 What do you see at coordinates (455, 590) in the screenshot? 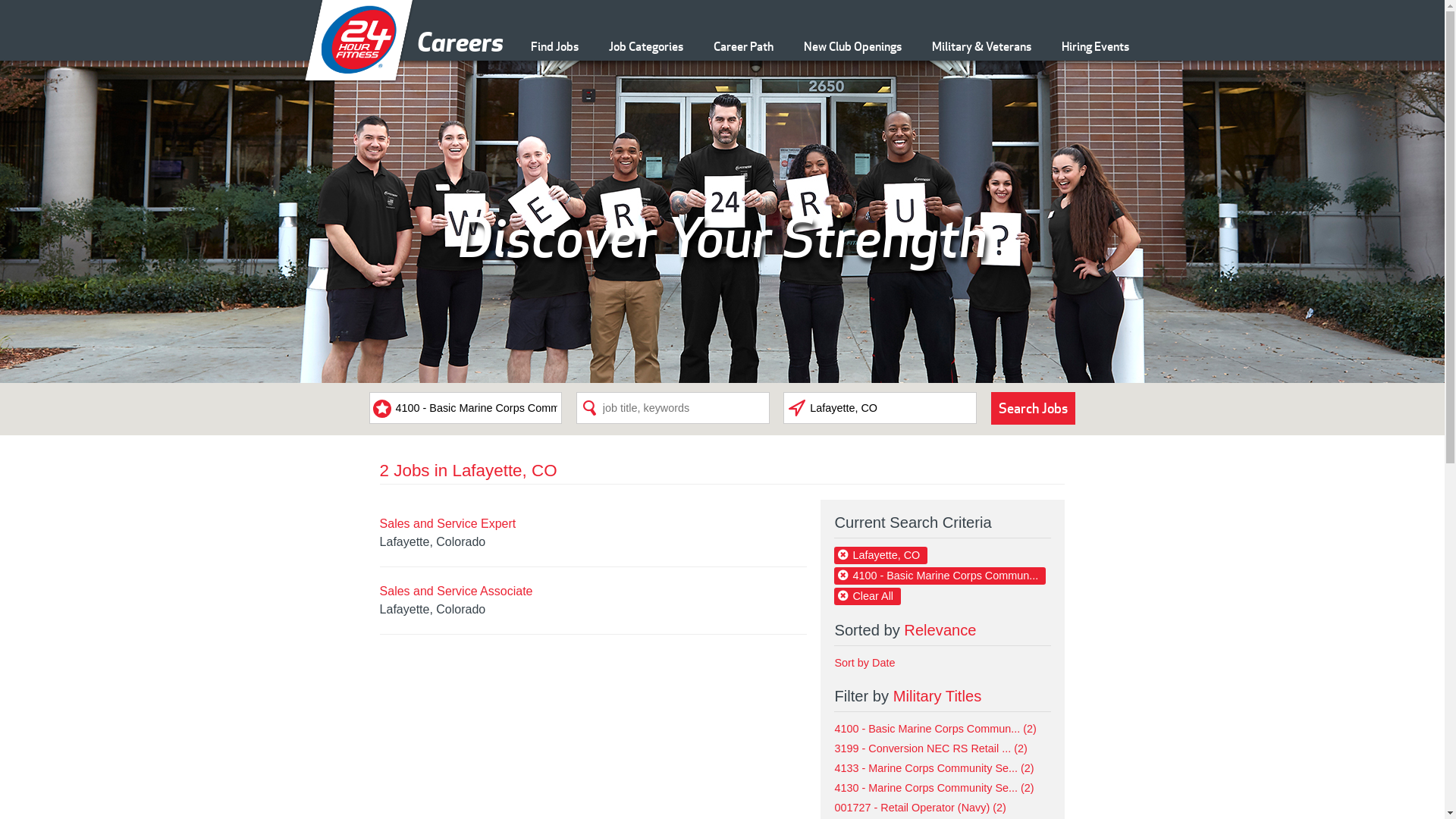
I see `'Sales and Service Associate'` at bounding box center [455, 590].